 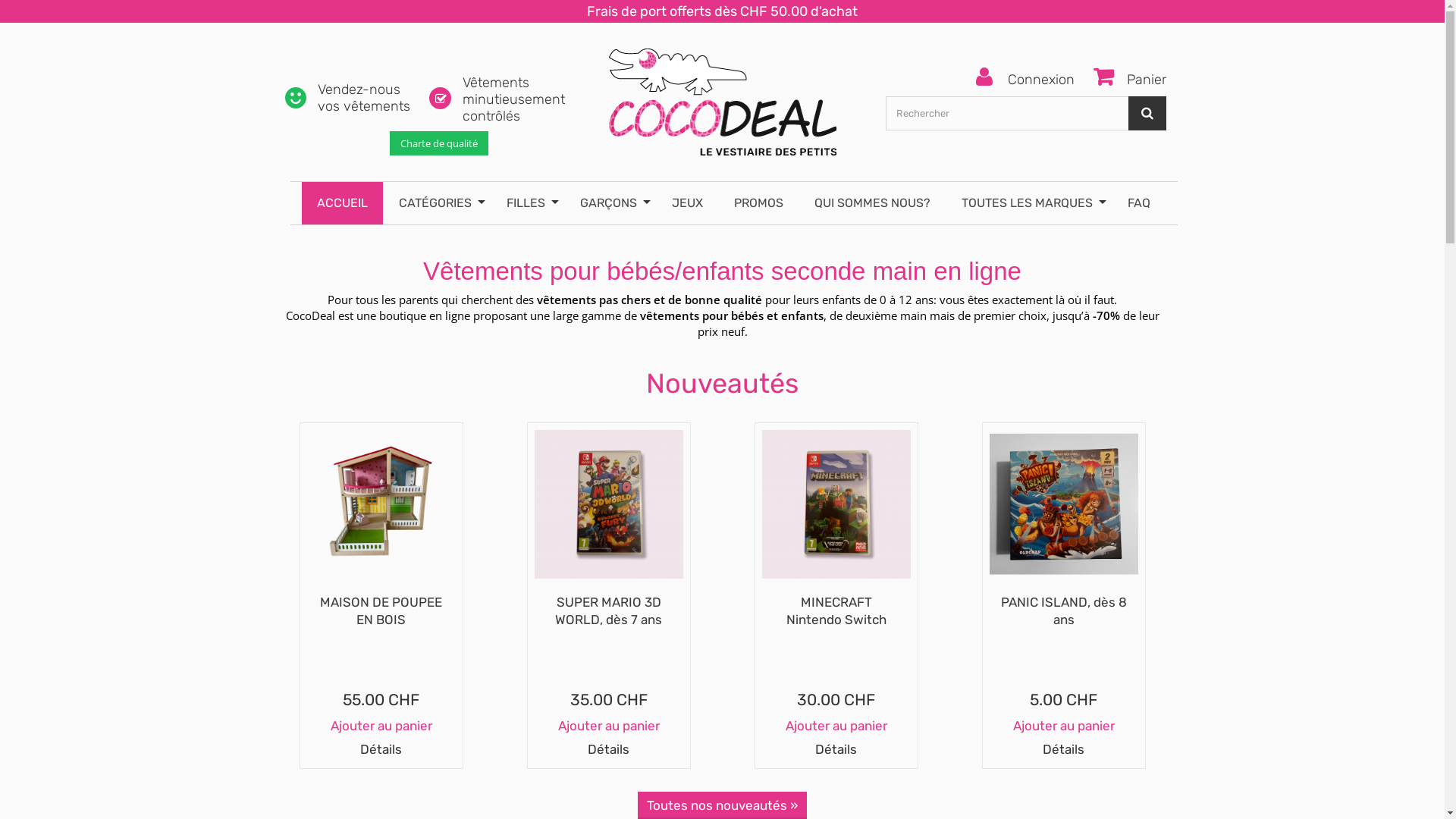 What do you see at coordinates (946, 202) in the screenshot?
I see `'TOUTES LES MARQUES'` at bounding box center [946, 202].